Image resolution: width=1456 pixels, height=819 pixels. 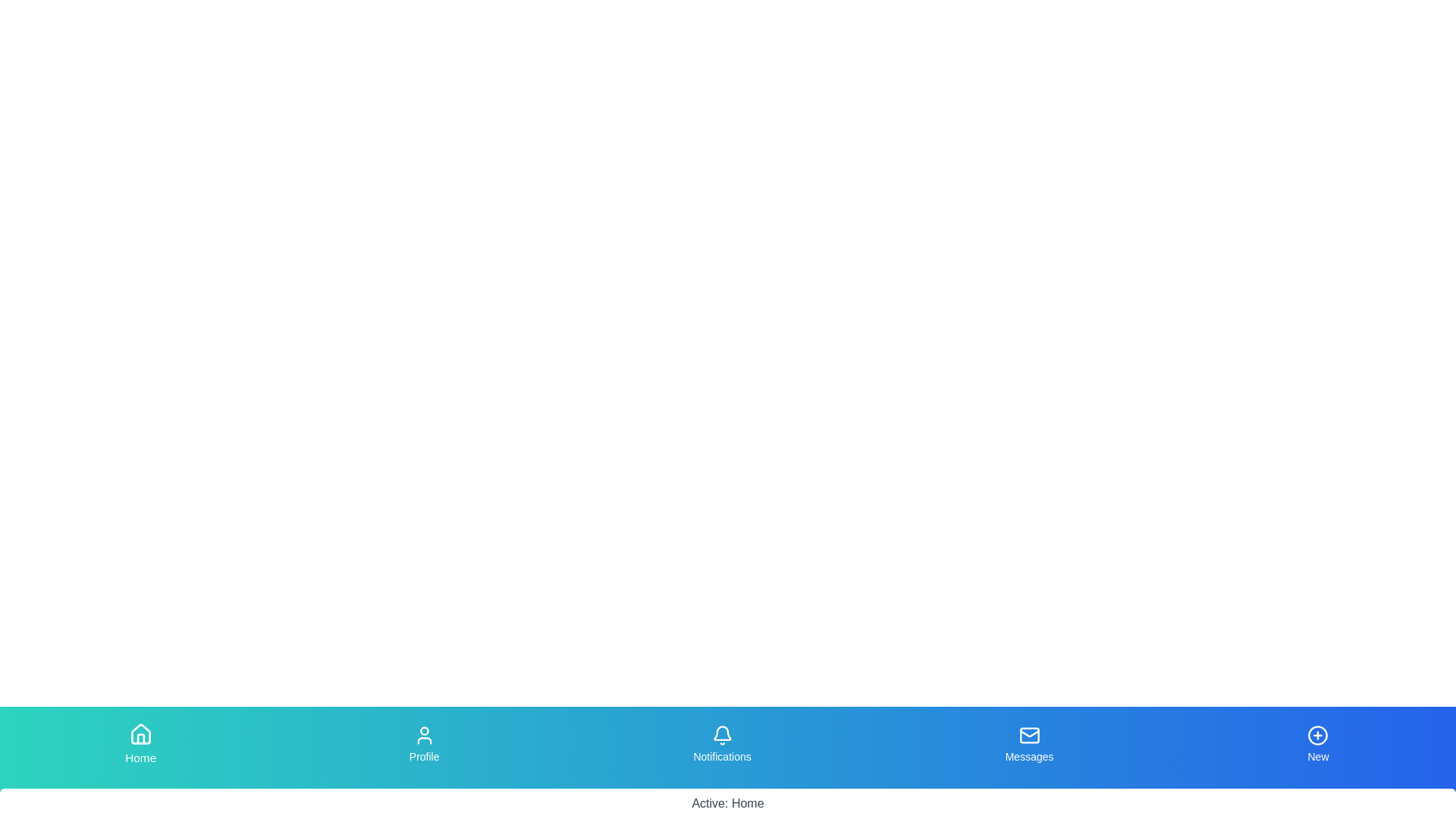 What do you see at coordinates (425, 744) in the screenshot?
I see `the tab labeled Profile` at bounding box center [425, 744].